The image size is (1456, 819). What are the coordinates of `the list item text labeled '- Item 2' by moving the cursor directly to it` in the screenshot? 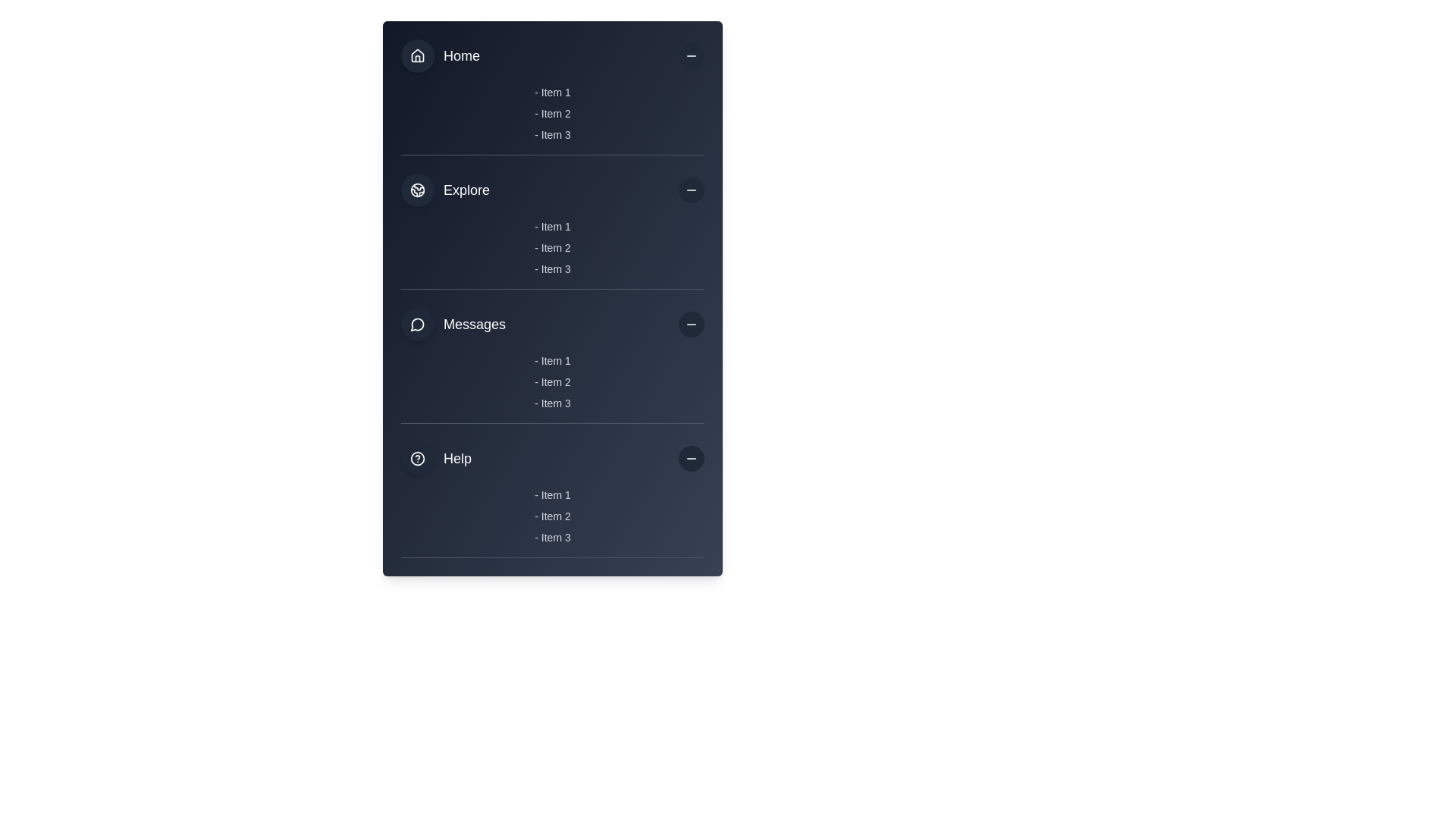 It's located at (552, 113).